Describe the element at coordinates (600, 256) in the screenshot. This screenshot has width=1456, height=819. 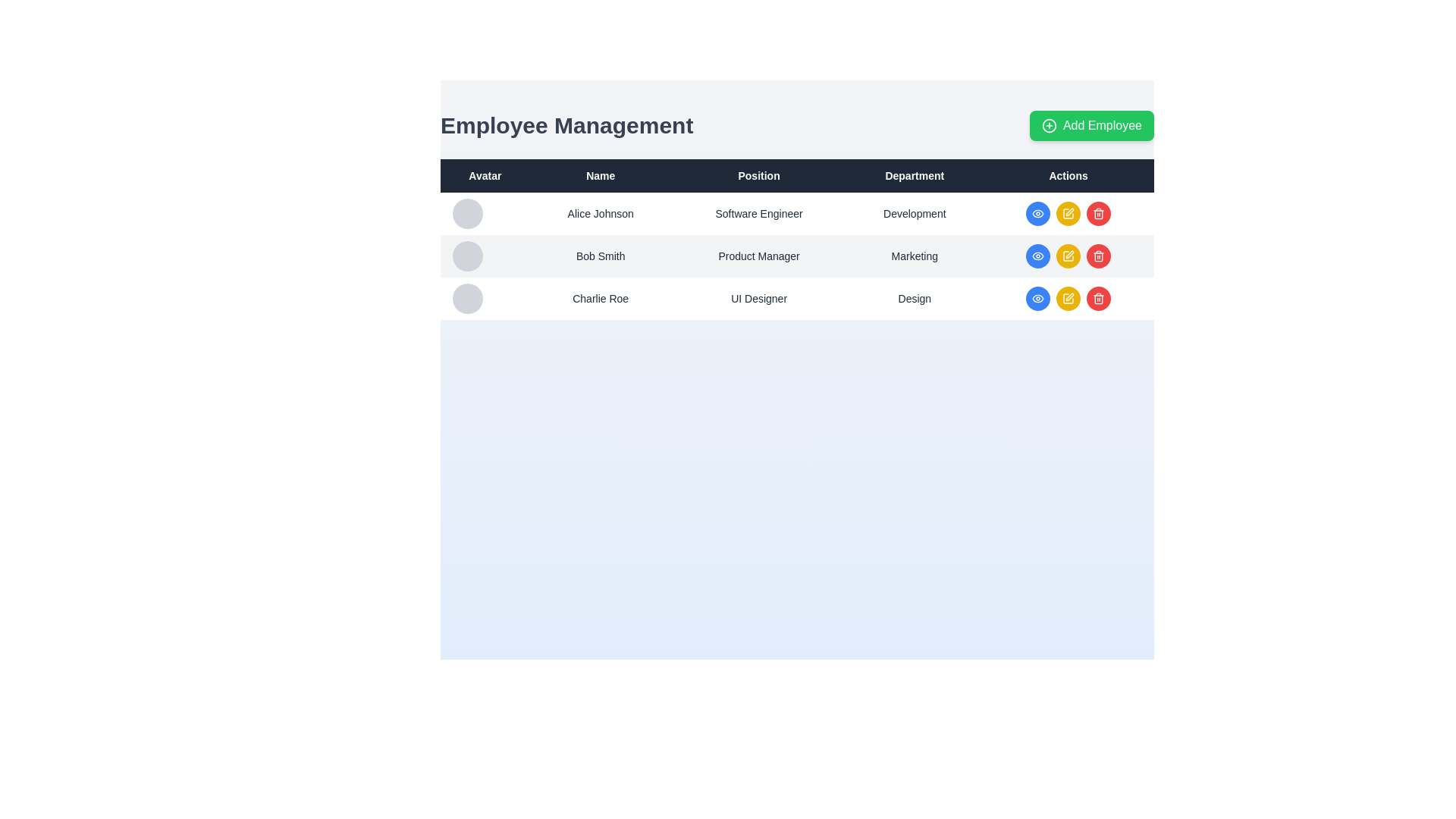
I see `the text element displaying 'Bob Smith' in the second row of the employee management table under the 'Name' column` at that location.